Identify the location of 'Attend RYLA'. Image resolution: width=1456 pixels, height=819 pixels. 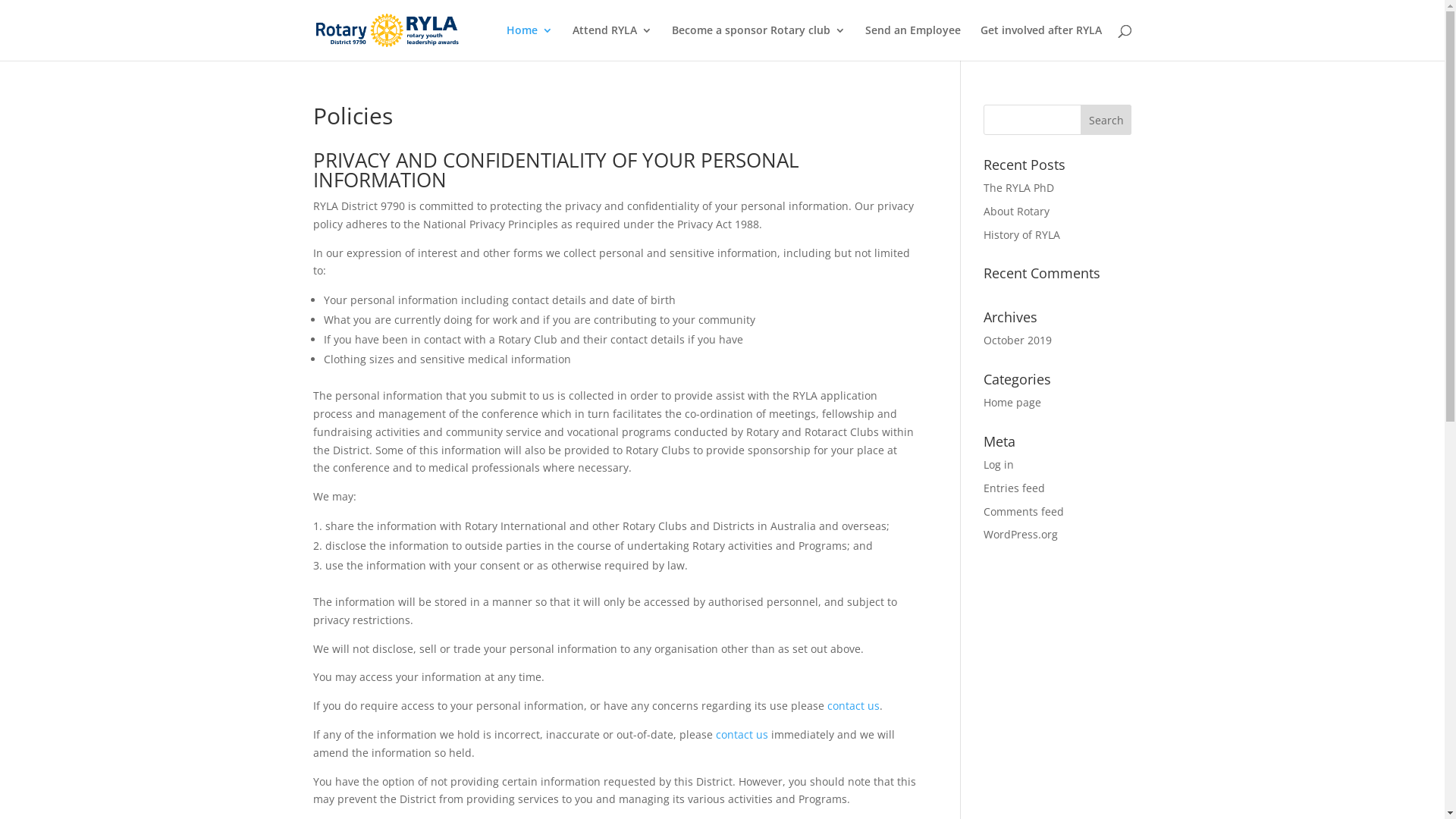
(611, 42).